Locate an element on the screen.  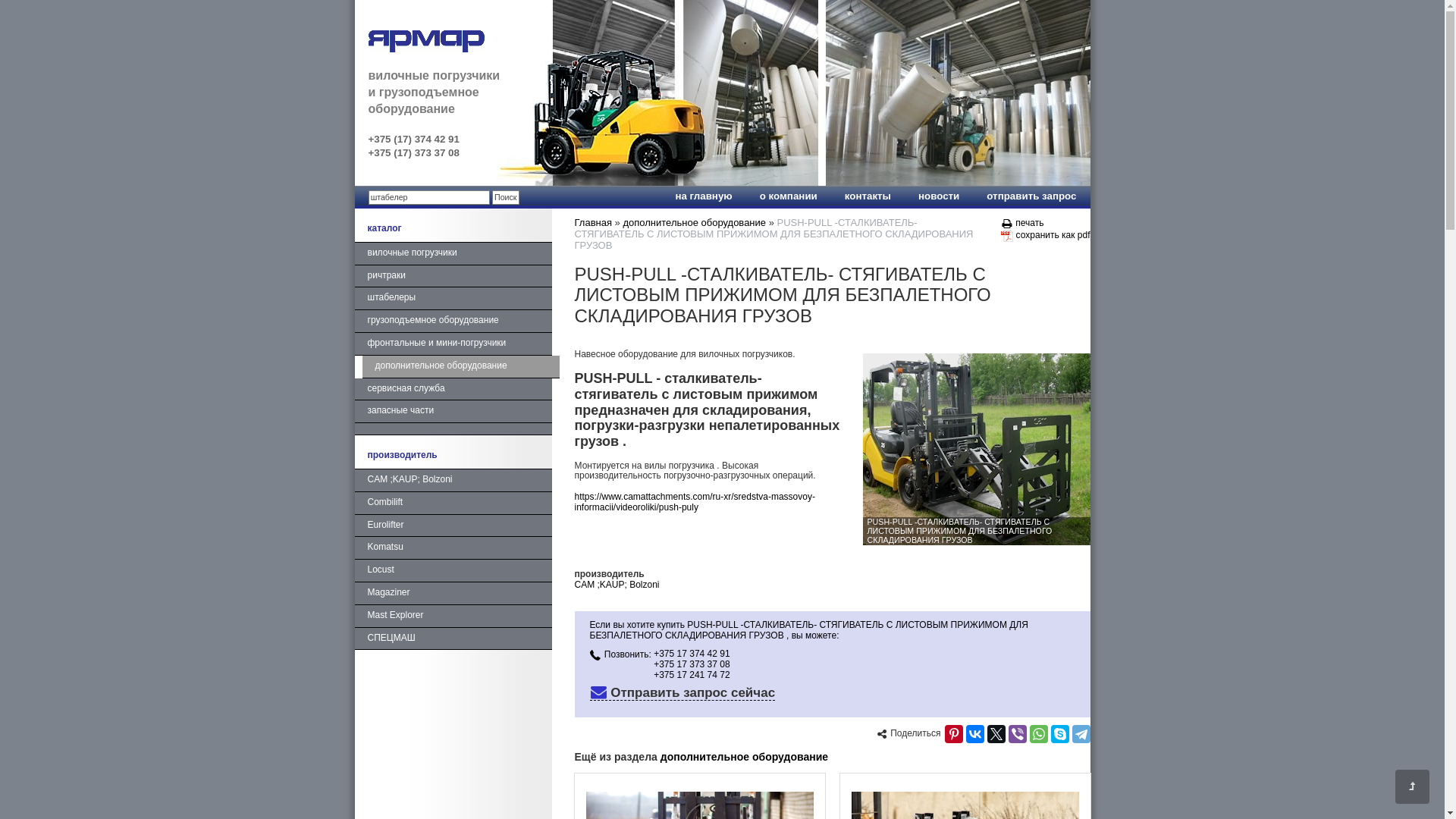
'+375 17 373 37 08' is located at coordinates (654, 663).